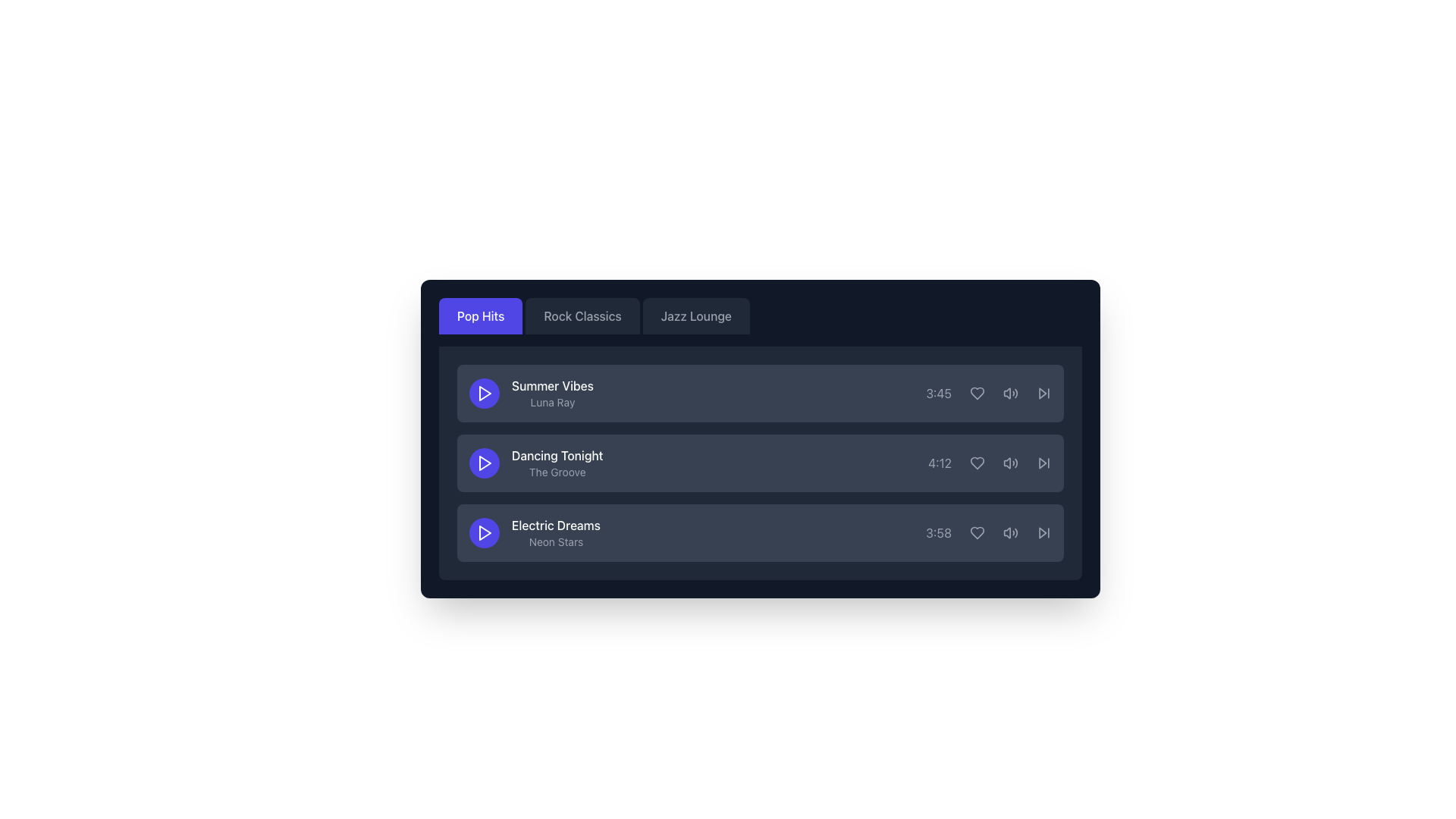 Image resolution: width=1456 pixels, height=819 pixels. I want to click on the text block that serves as the title and subtitle of the second song in the playlist interface, which is located to the right of the circular play button, so click(557, 462).